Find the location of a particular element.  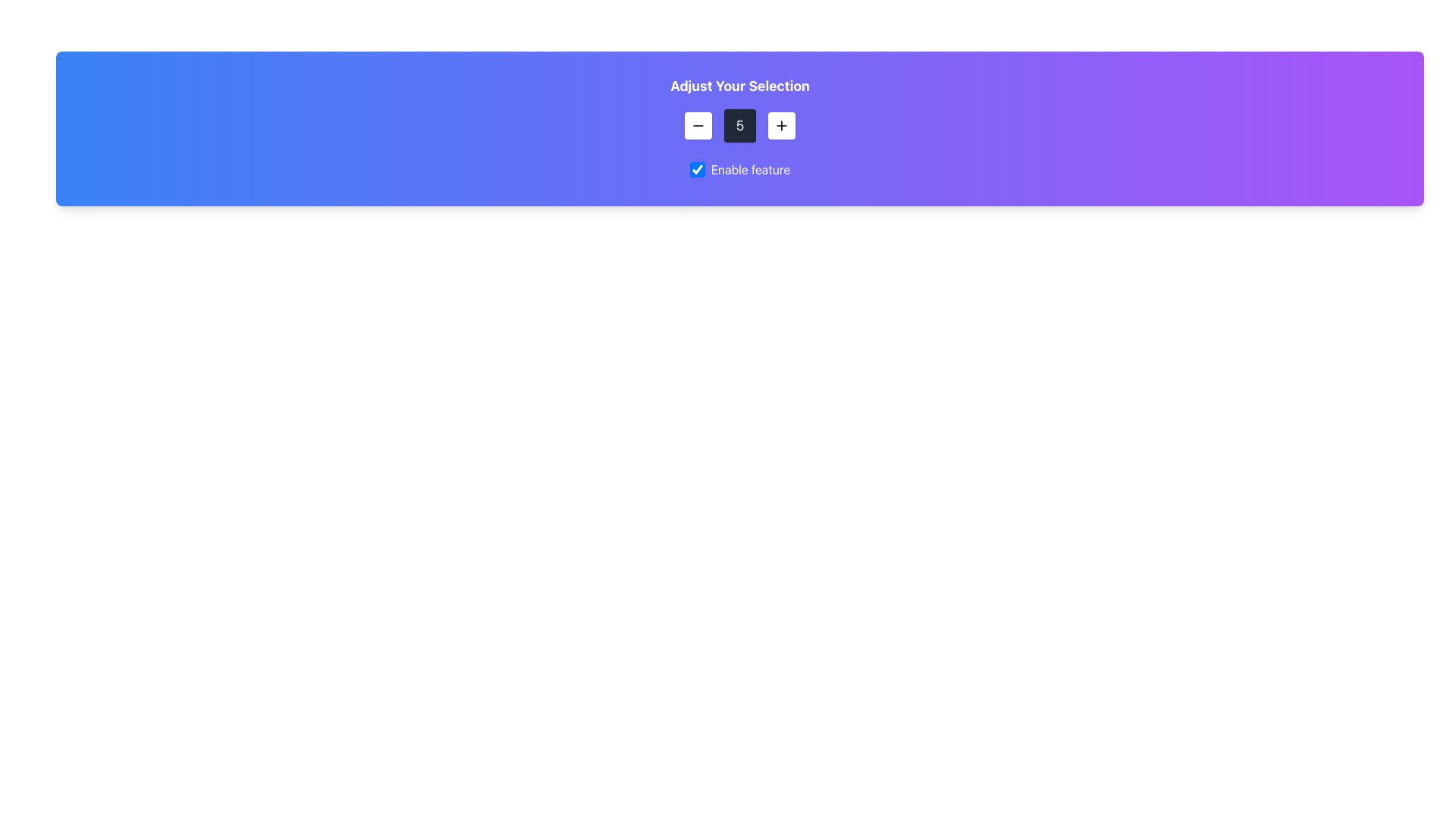

the static text element displaying the number '5', which is centrally positioned among its siblings in the selection adjustment section labeled 'Adjust Your Selection' is located at coordinates (739, 124).